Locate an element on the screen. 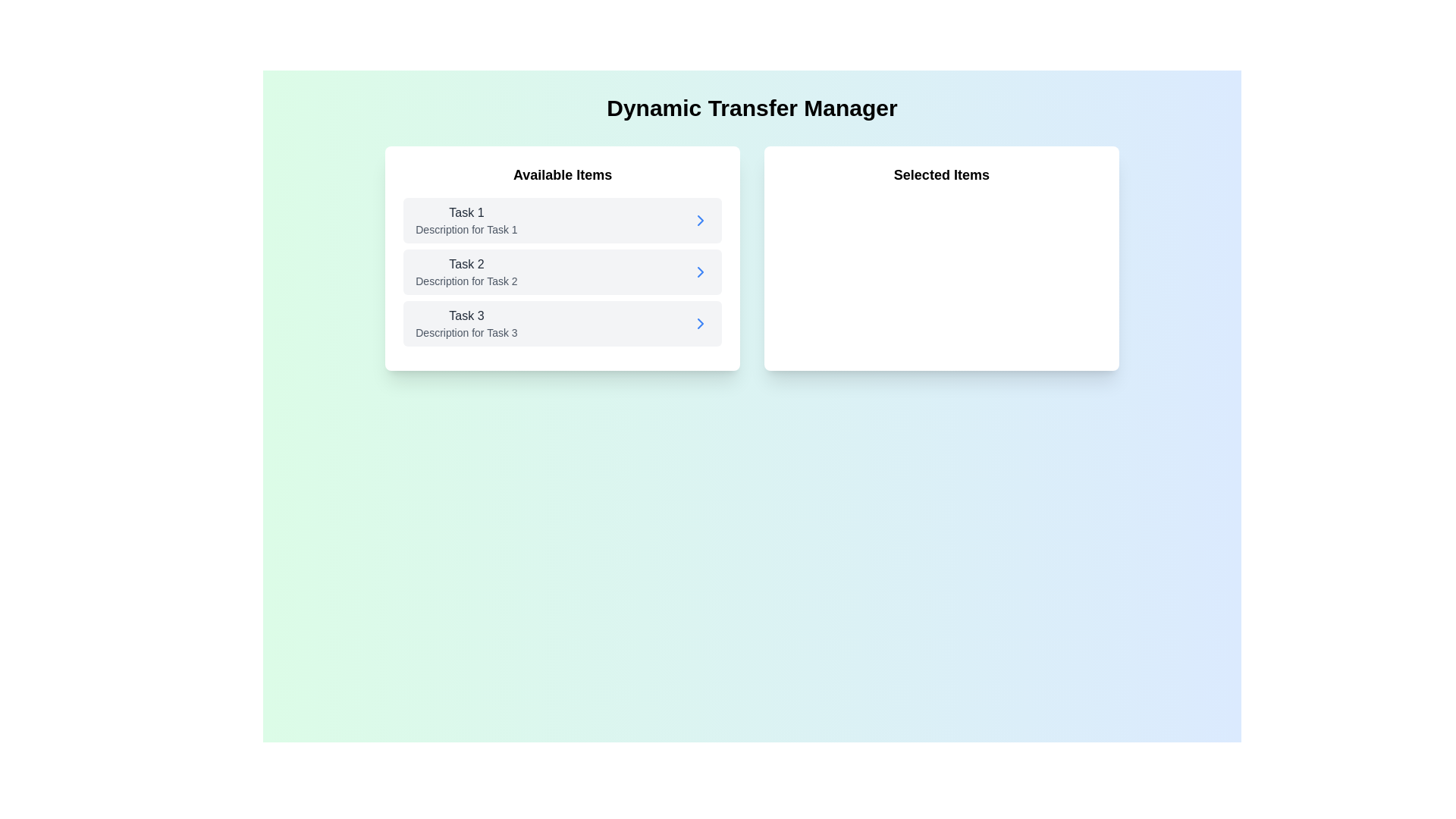 Image resolution: width=1456 pixels, height=819 pixels. the chevron icon button in the 'Available Items' section is located at coordinates (700, 271).